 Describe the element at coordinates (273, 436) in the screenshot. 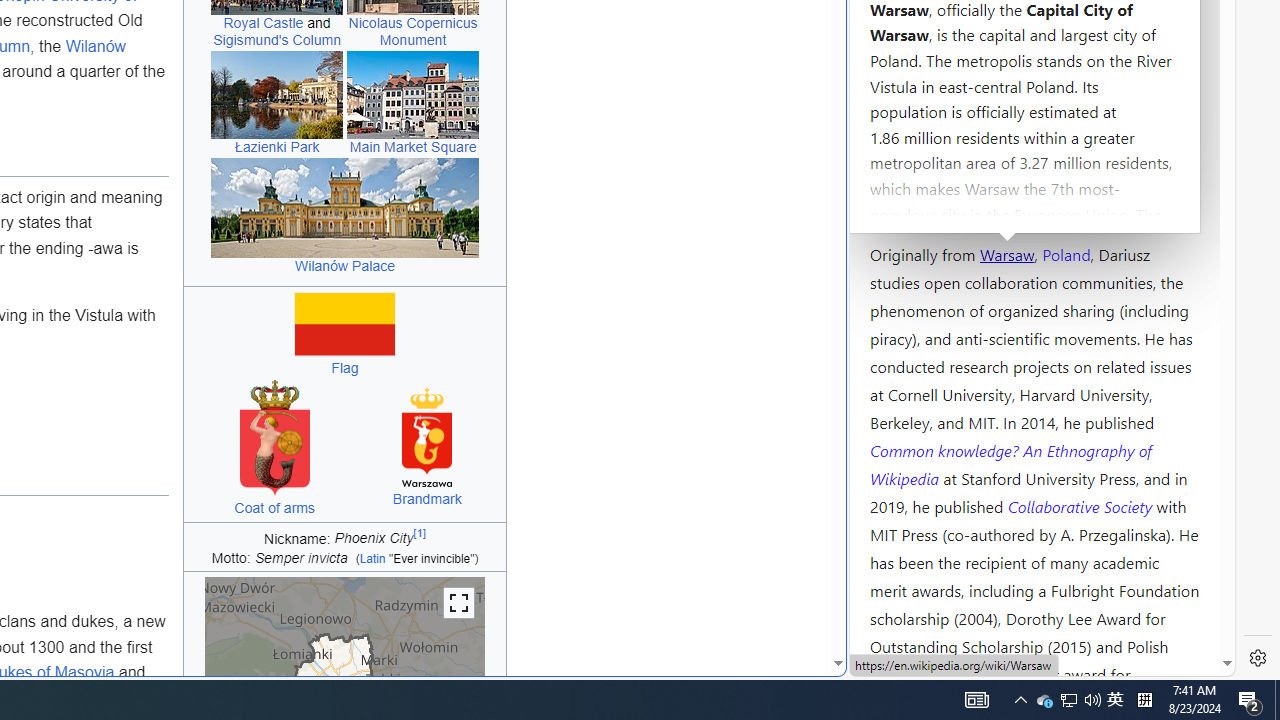

I see `'Coat of arms of Warsaw'` at that location.